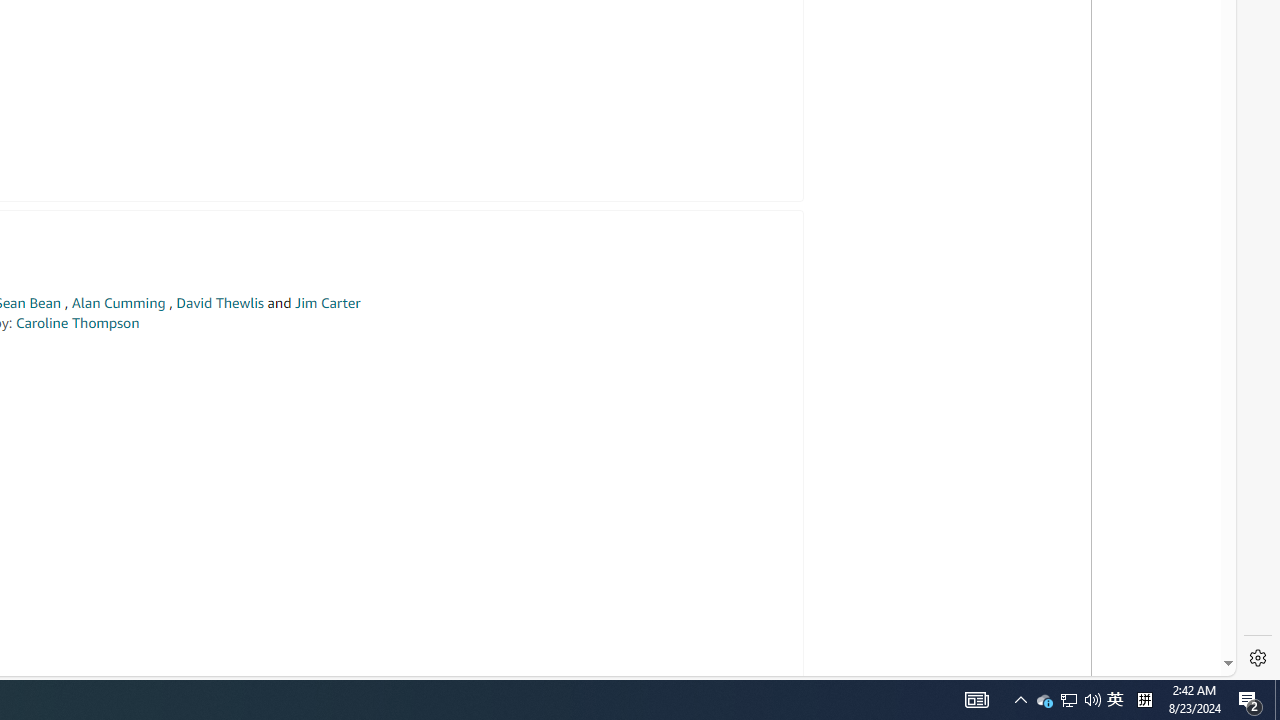 The height and width of the screenshot is (720, 1280). Describe the element at coordinates (117, 303) in the screenshot. I see `'Alan Cumming'` at that location.